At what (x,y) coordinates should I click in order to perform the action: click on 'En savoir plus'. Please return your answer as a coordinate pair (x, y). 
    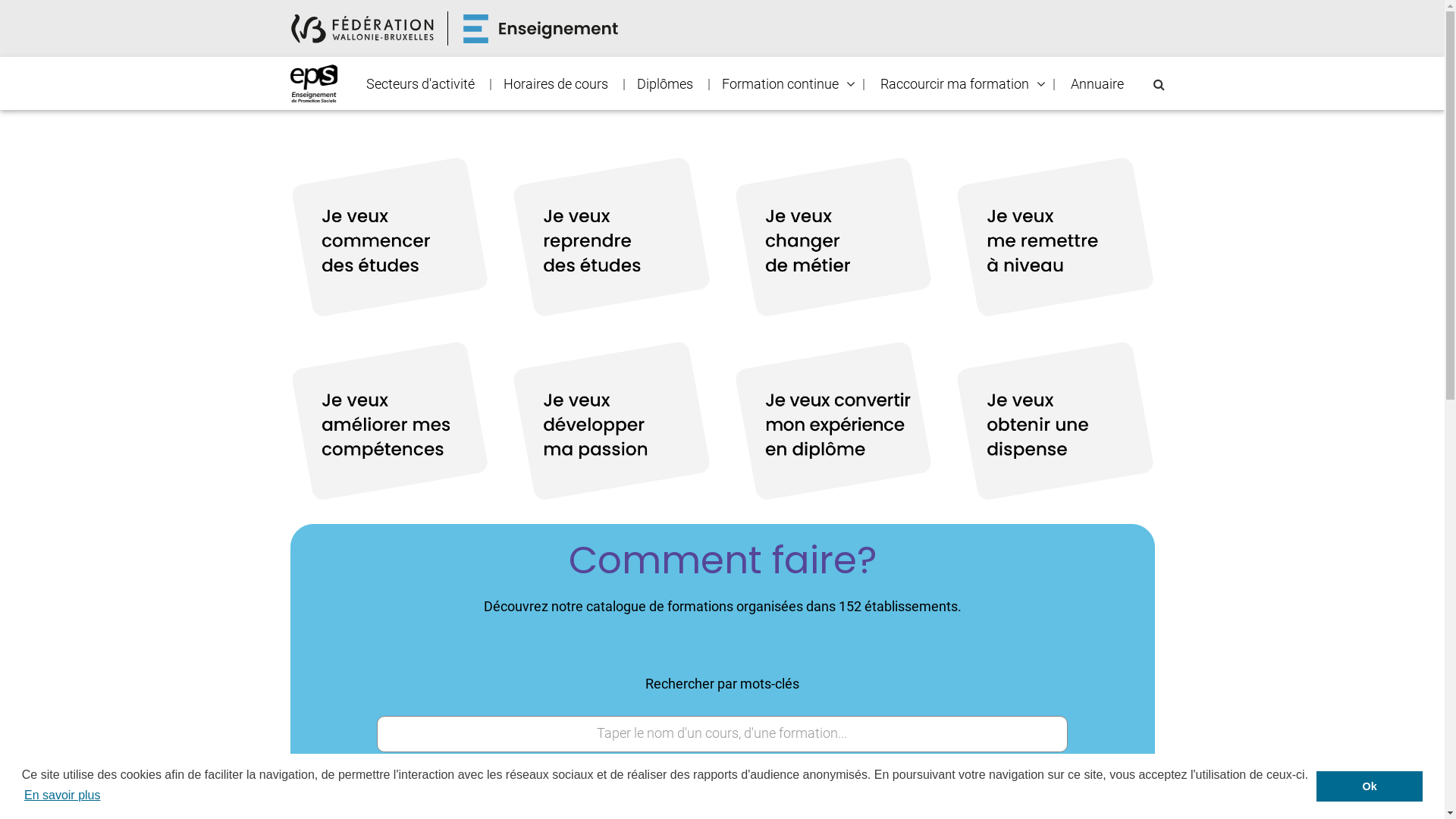
    Looking at the image, I should click on (61, 795).